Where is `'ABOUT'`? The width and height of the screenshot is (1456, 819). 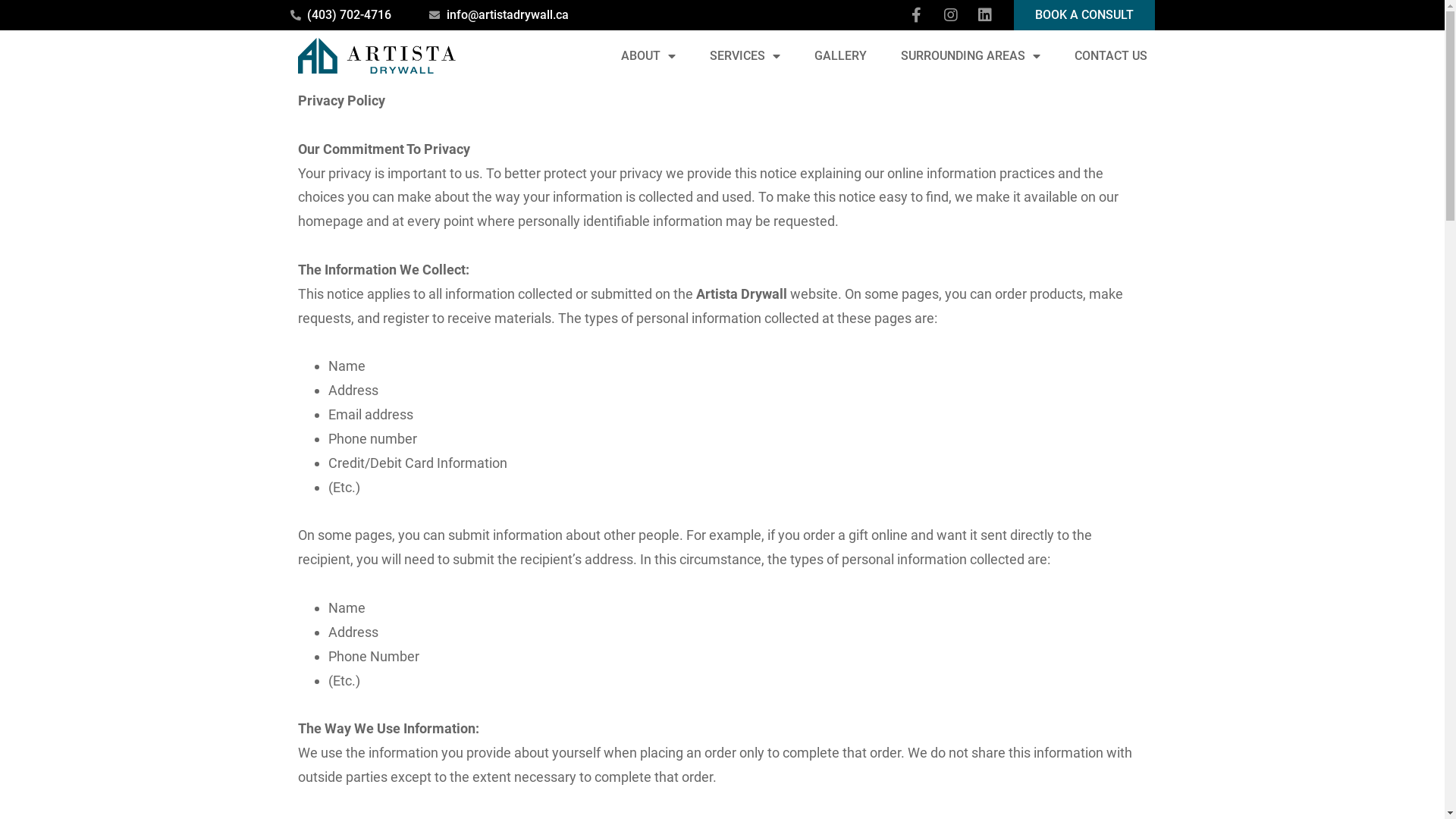 'ABOUT' is located at coordinates (620, 55).